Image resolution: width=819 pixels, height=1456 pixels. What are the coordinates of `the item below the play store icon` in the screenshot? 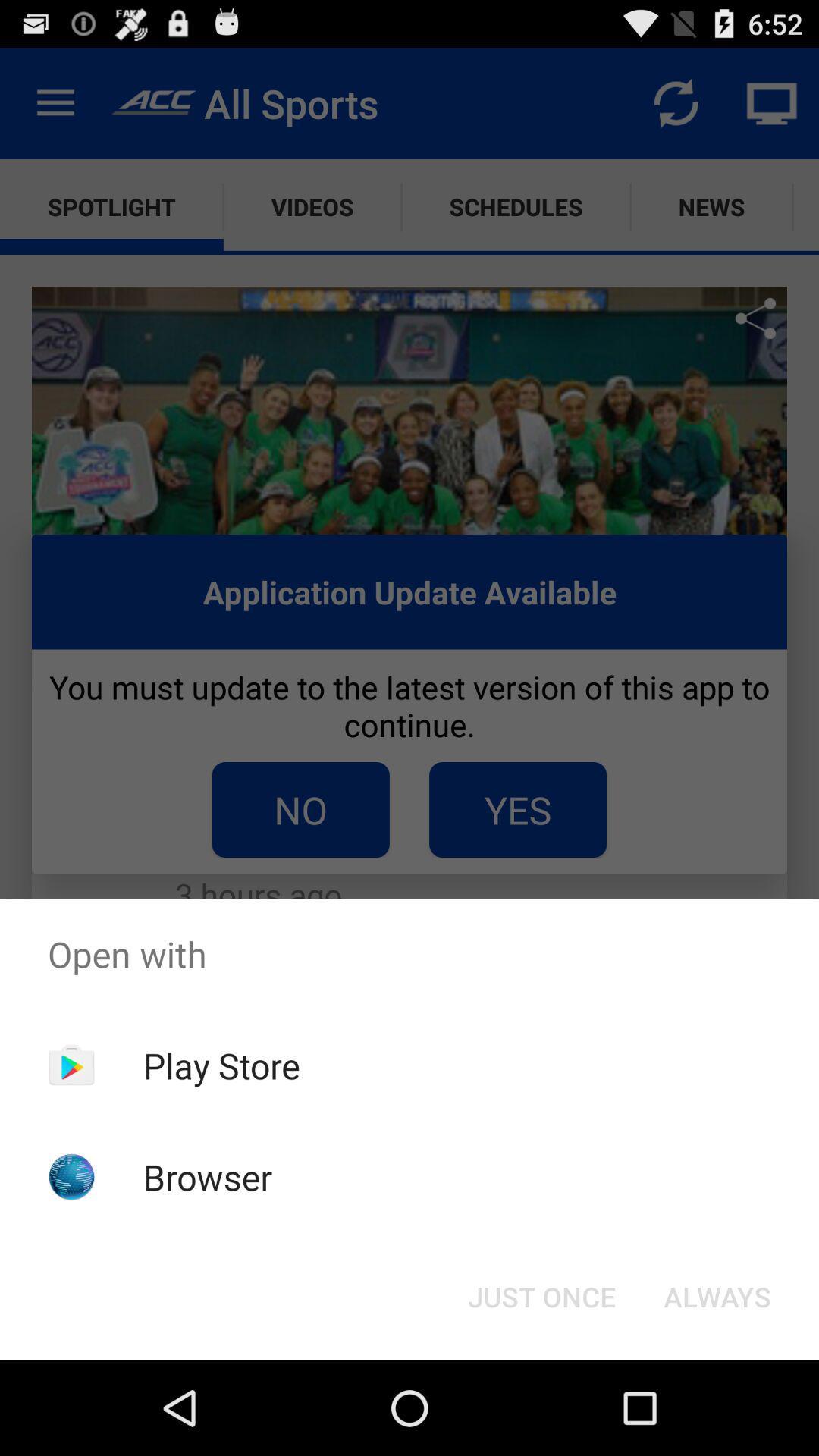 It's located at (208, 1176).